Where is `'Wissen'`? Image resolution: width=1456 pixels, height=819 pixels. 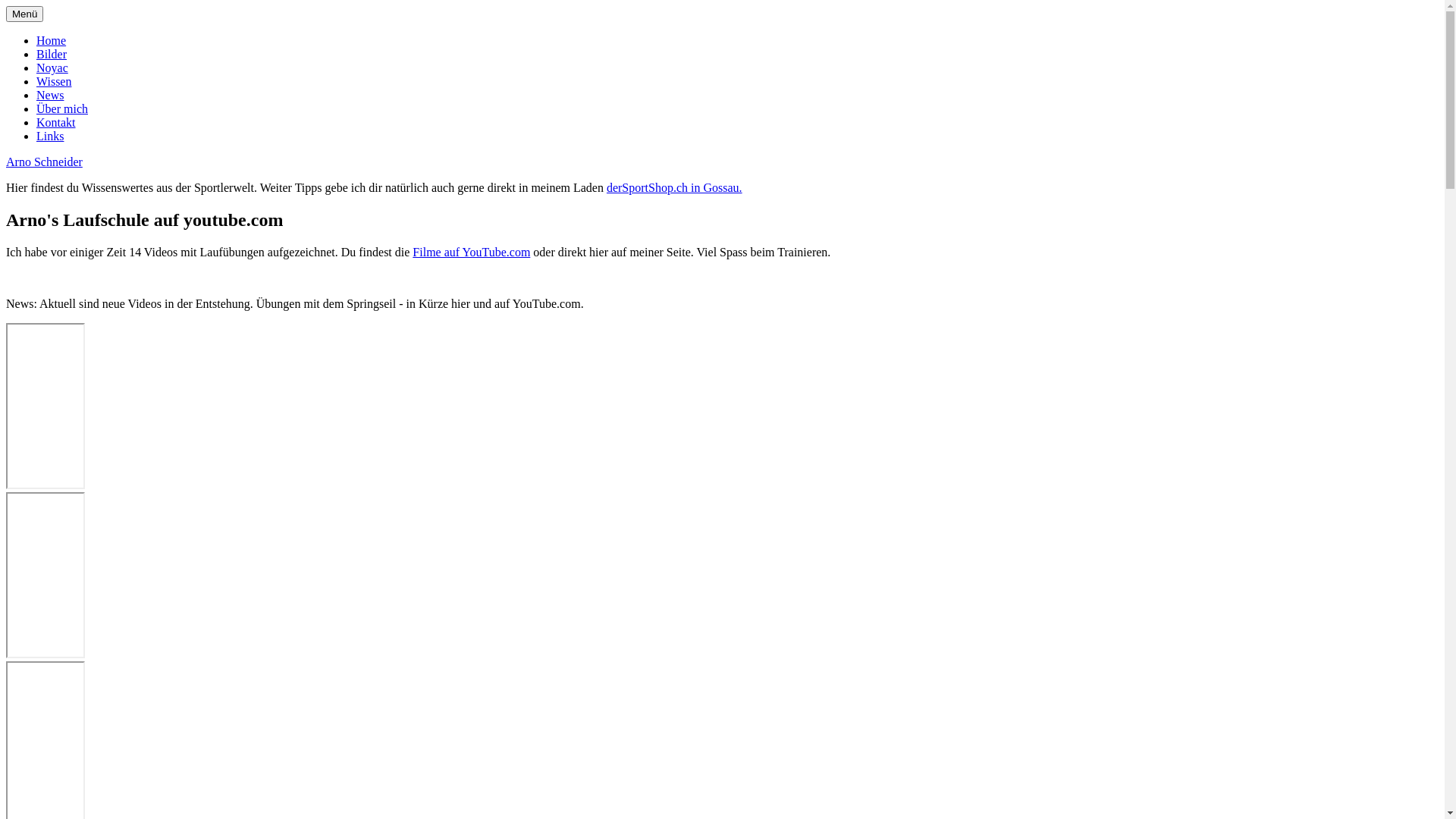
'Wissen' is located at coordinates (54, 81).